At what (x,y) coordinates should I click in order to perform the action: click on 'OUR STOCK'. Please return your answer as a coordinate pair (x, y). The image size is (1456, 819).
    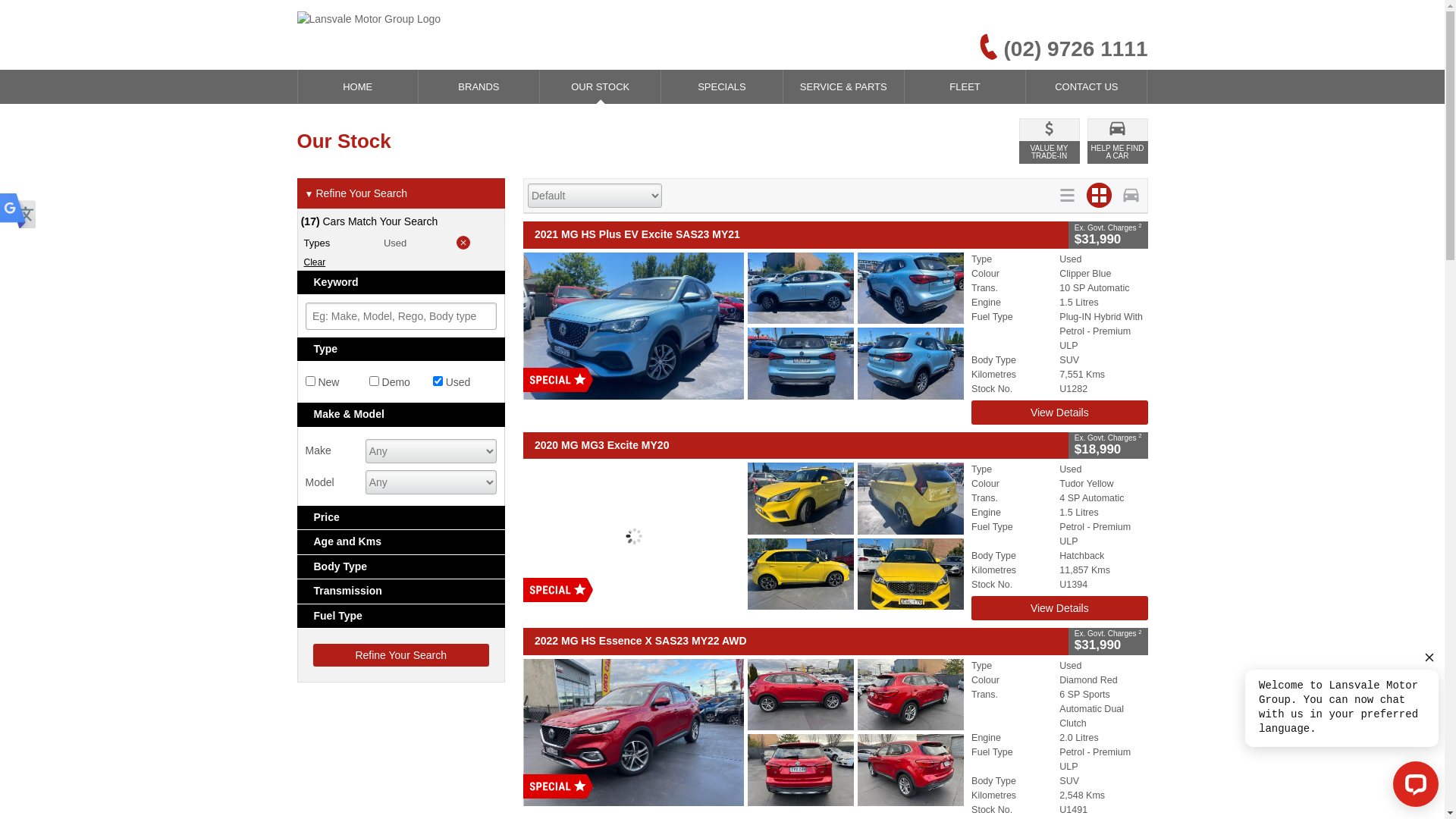
    Looking at the image, I should click on (599, 86).